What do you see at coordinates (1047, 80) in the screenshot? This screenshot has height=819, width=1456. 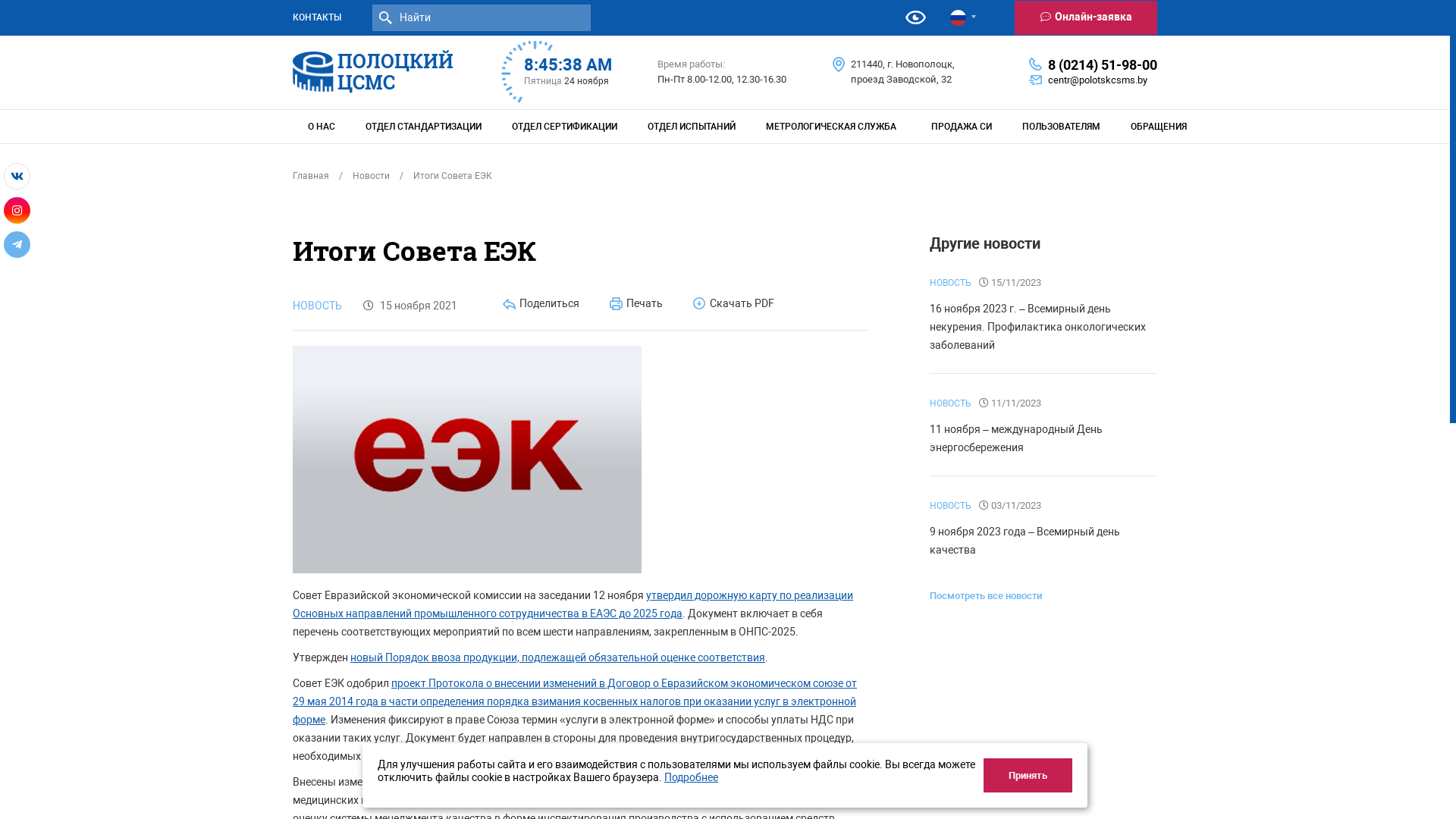 I see `'centr@polotskcsms.by'` at bounding box center [1047, 80].